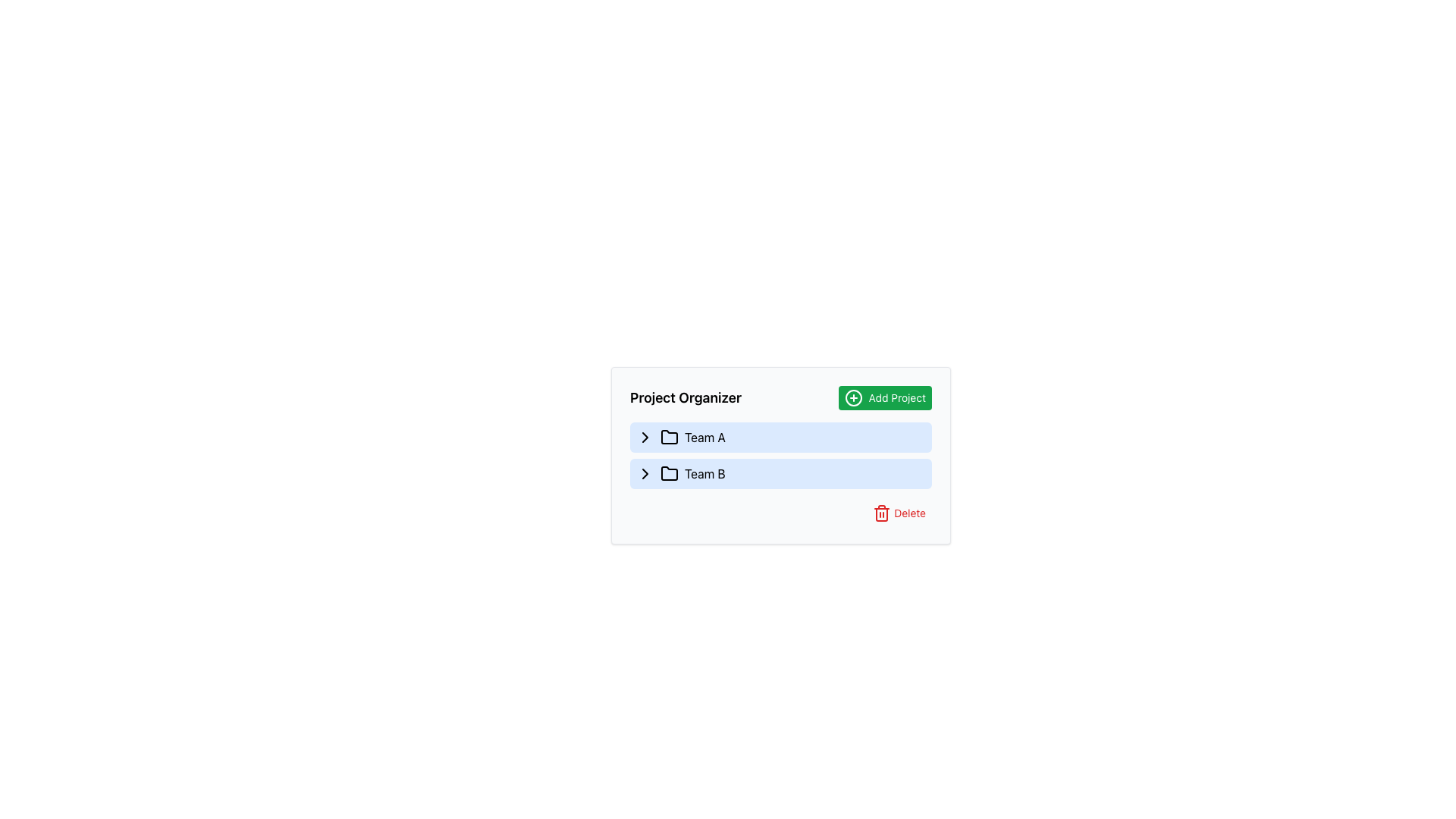 This screenshot has width=1456, height=819. What do you see at coordinates (645, 472) in the screenshot?
I see `the expandable/collapsible button for 'Team B'` at bounding box center [645, 472].